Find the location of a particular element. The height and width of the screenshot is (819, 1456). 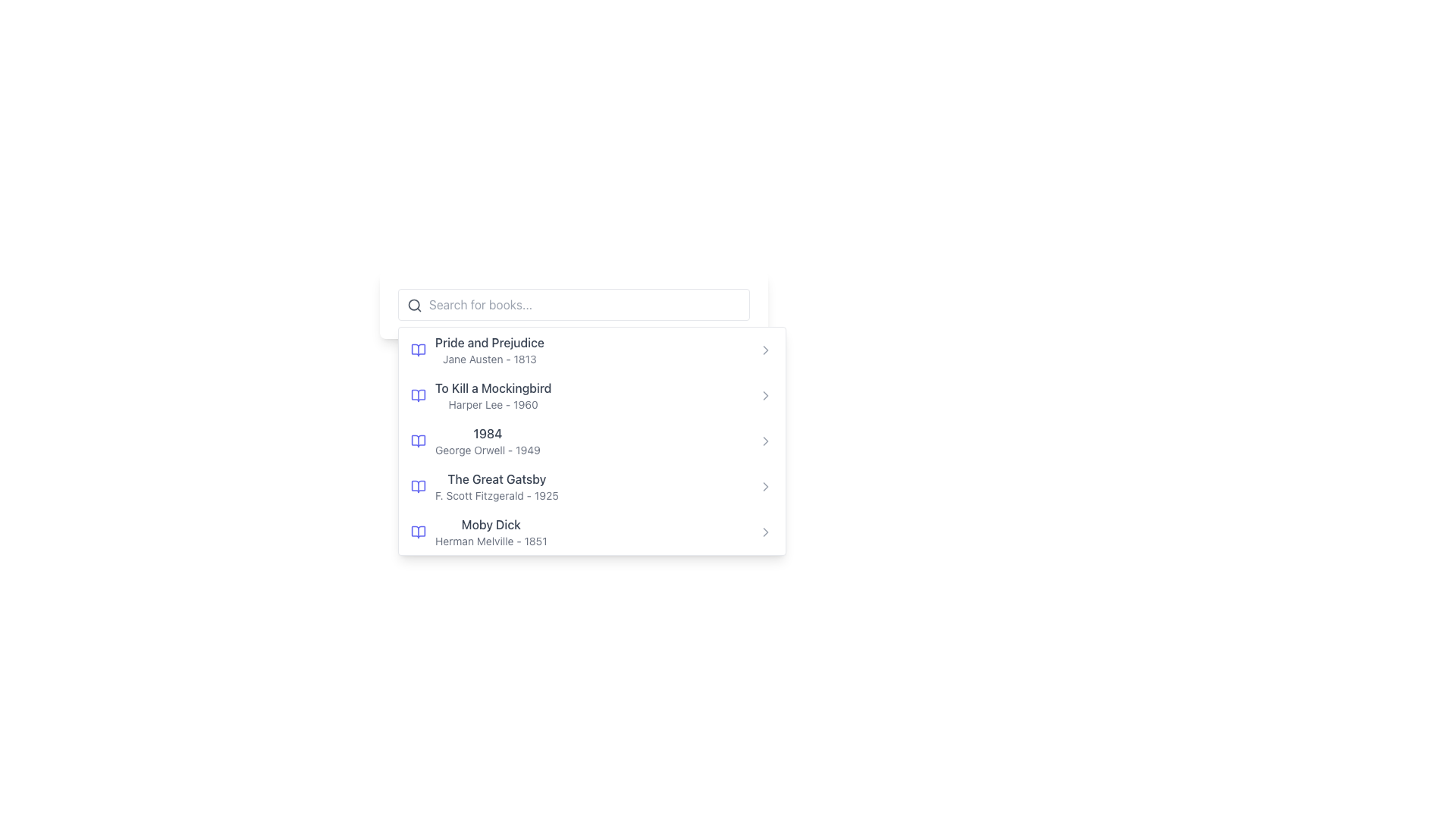

the List Item displaying 'To Kill a Mockingbird' by Harper Lee is located at coordinates (591, 394).